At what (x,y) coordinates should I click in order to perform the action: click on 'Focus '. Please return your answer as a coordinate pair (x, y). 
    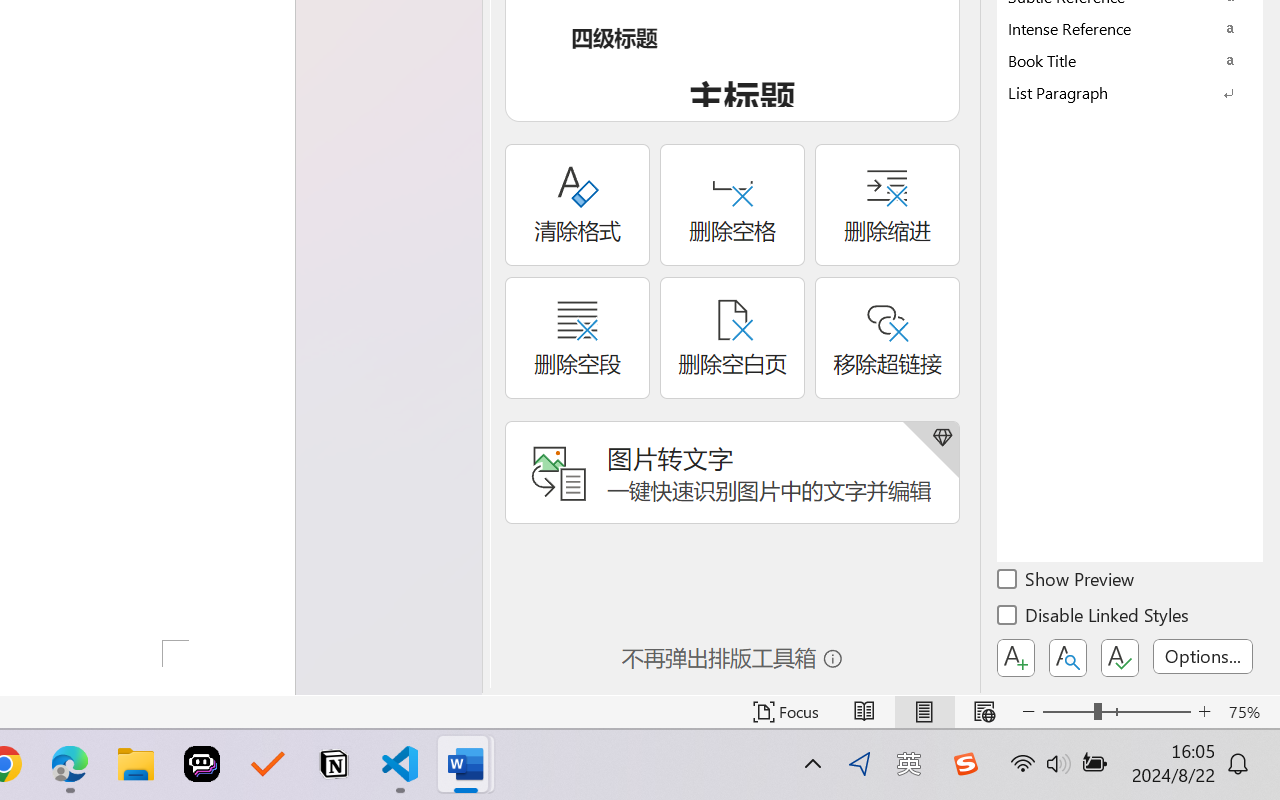
    Looking at the image, I should click on (785, 711).